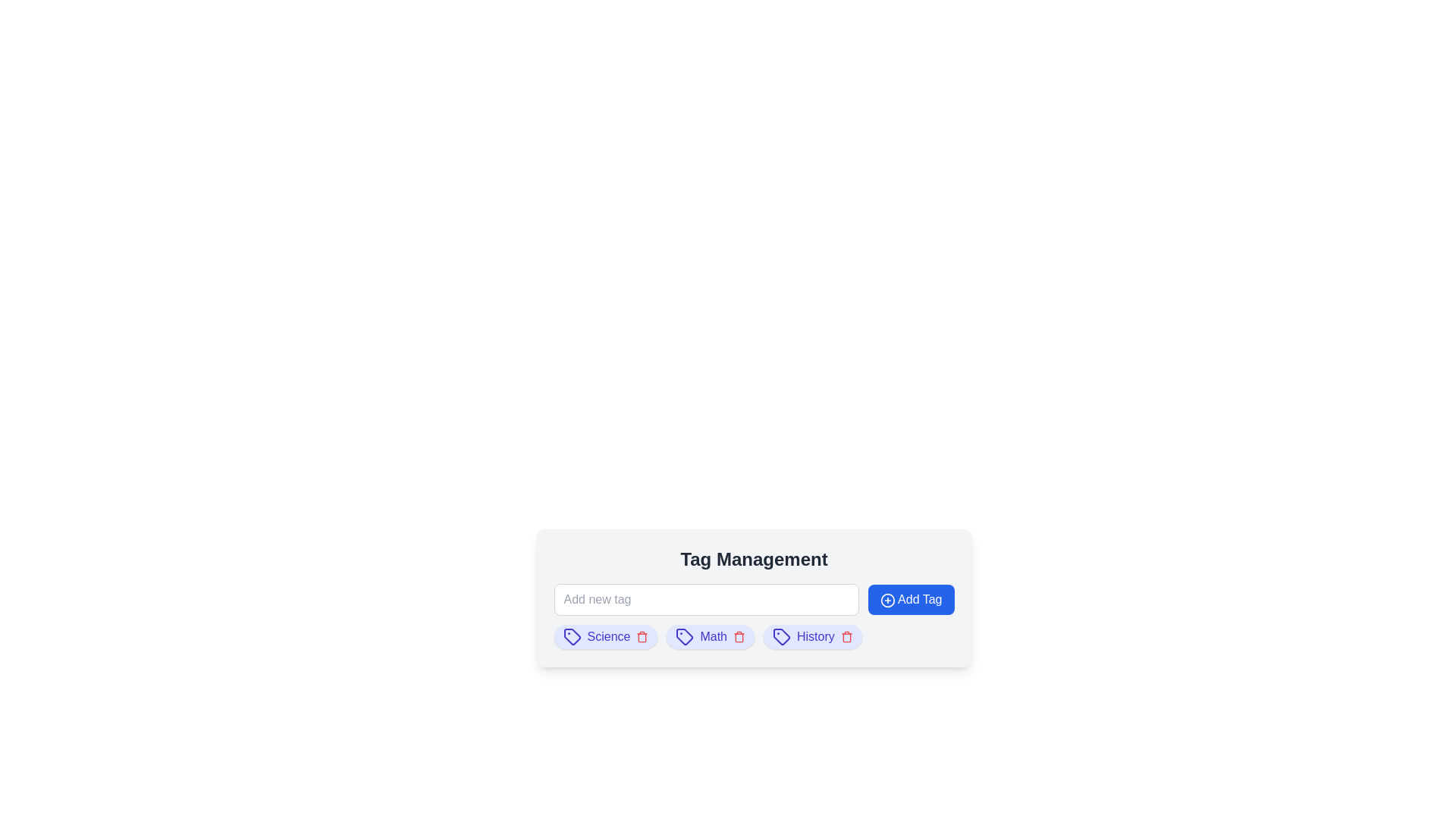 The width and height of the screenshot is (1456, 819). What do you see at coordinates (811, 637) in the screenshot?
I see `the label of the third tag in the Tag Management section, which is labeled 'History' and has a trash icon for removal` at bounding box center [811, 637].